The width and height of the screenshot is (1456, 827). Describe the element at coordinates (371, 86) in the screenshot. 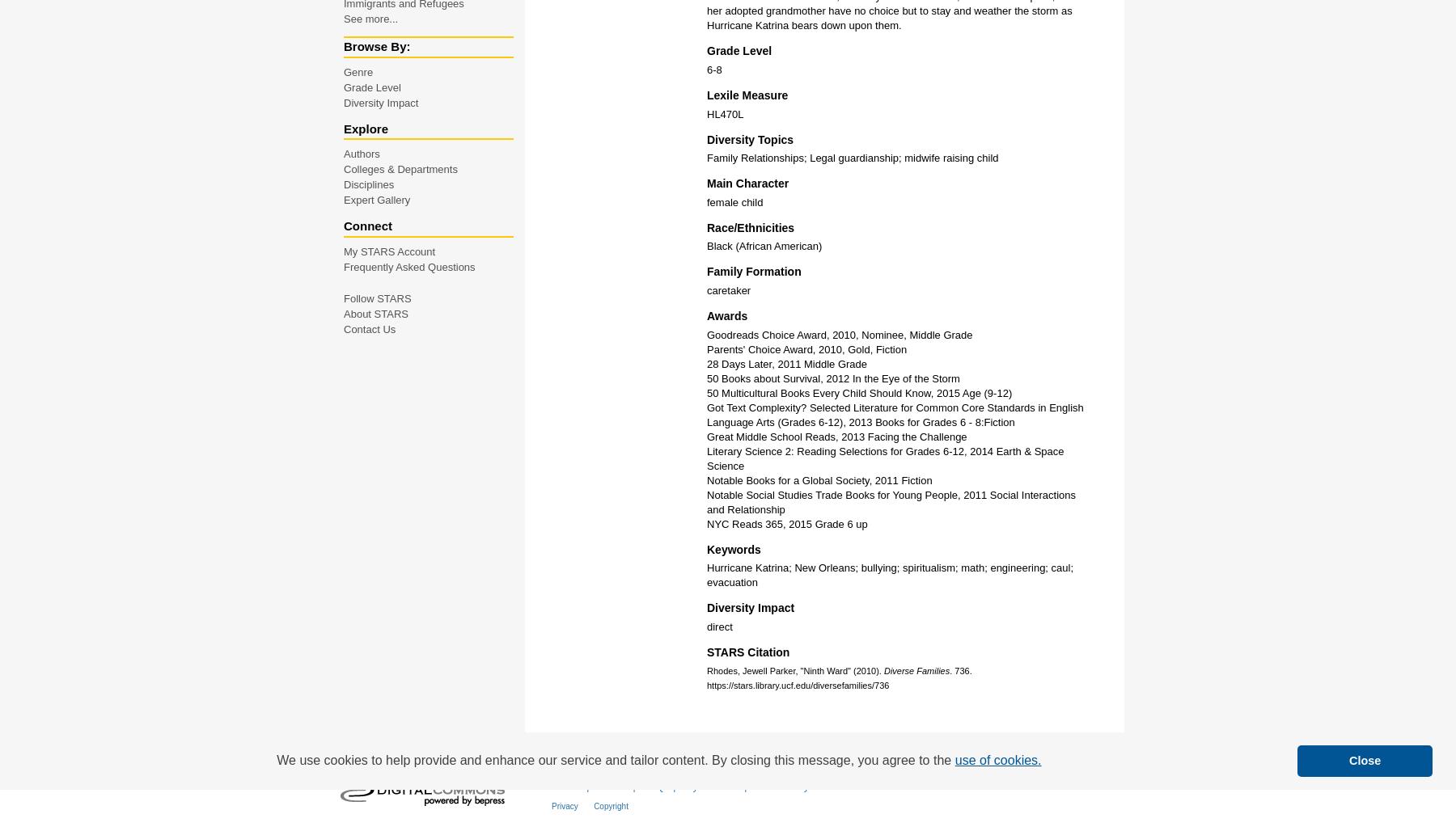

I see `'Grade Level'` at that location.